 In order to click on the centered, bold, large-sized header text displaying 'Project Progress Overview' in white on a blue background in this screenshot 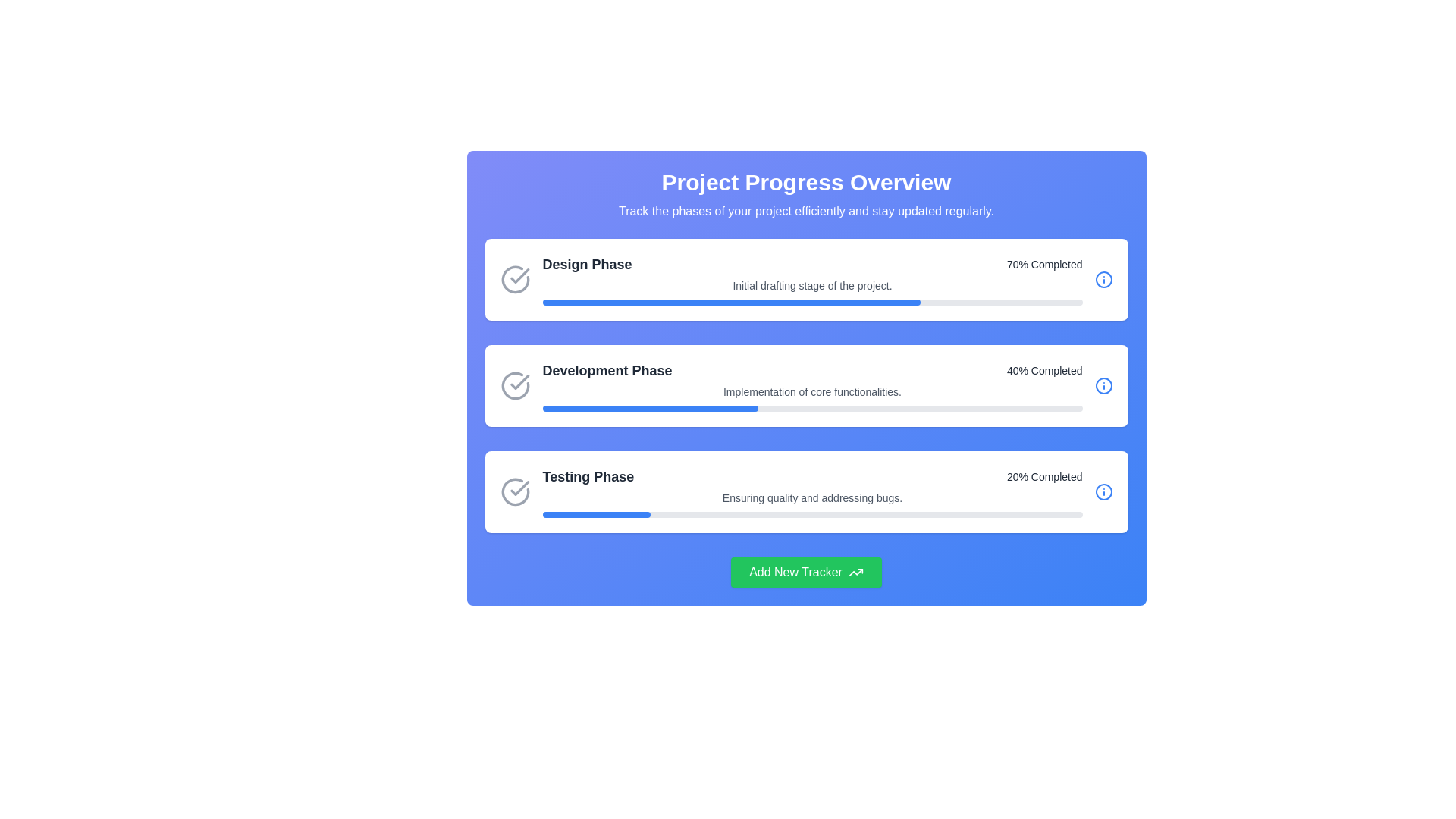, I will do `click(805, 181)`.